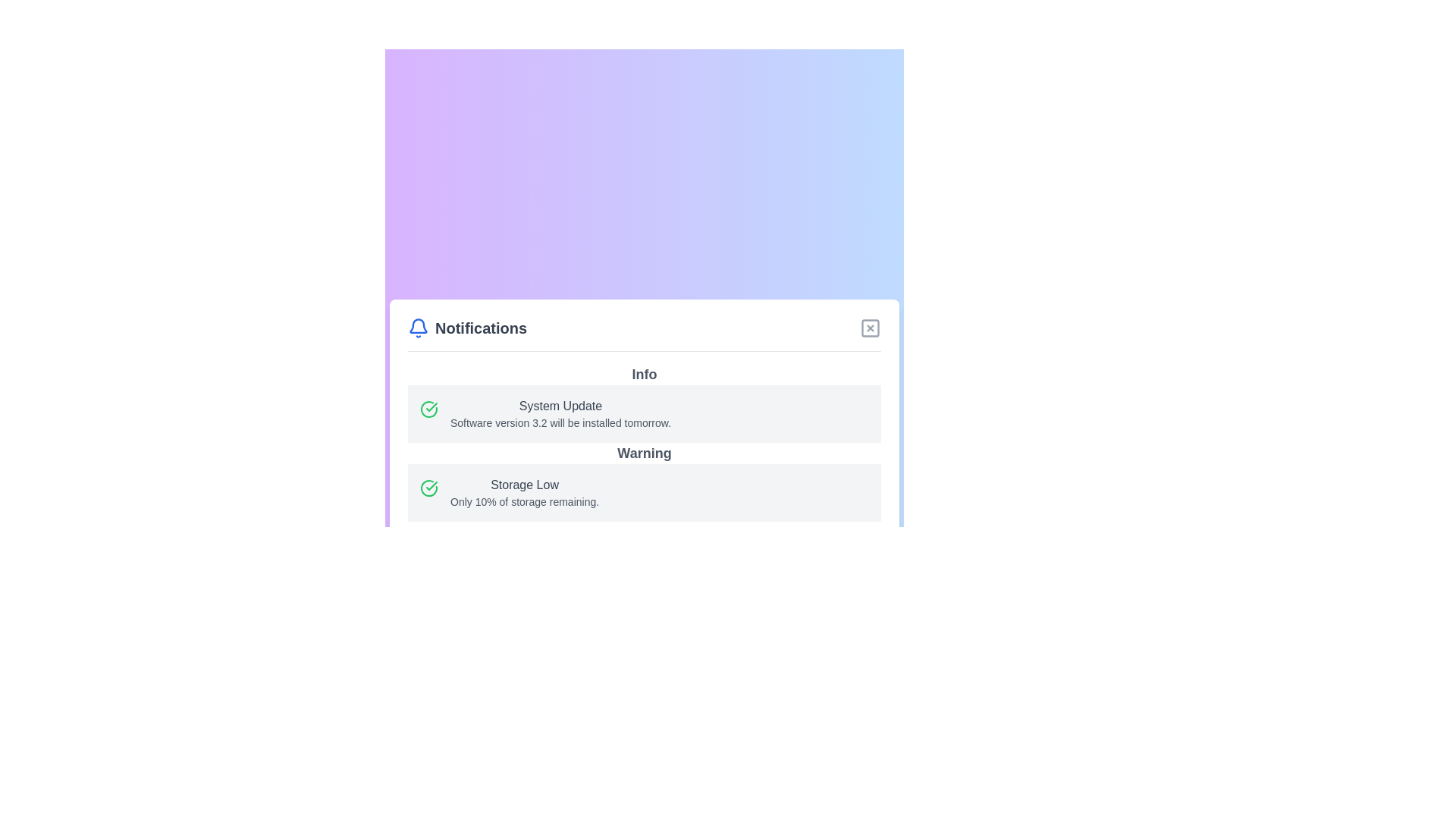 The image size is (1456, 819). I want to click on the informational text about the scheduled software update located below the 'System Update' header in the notification card under the 'Info' section, so click(560, 422).